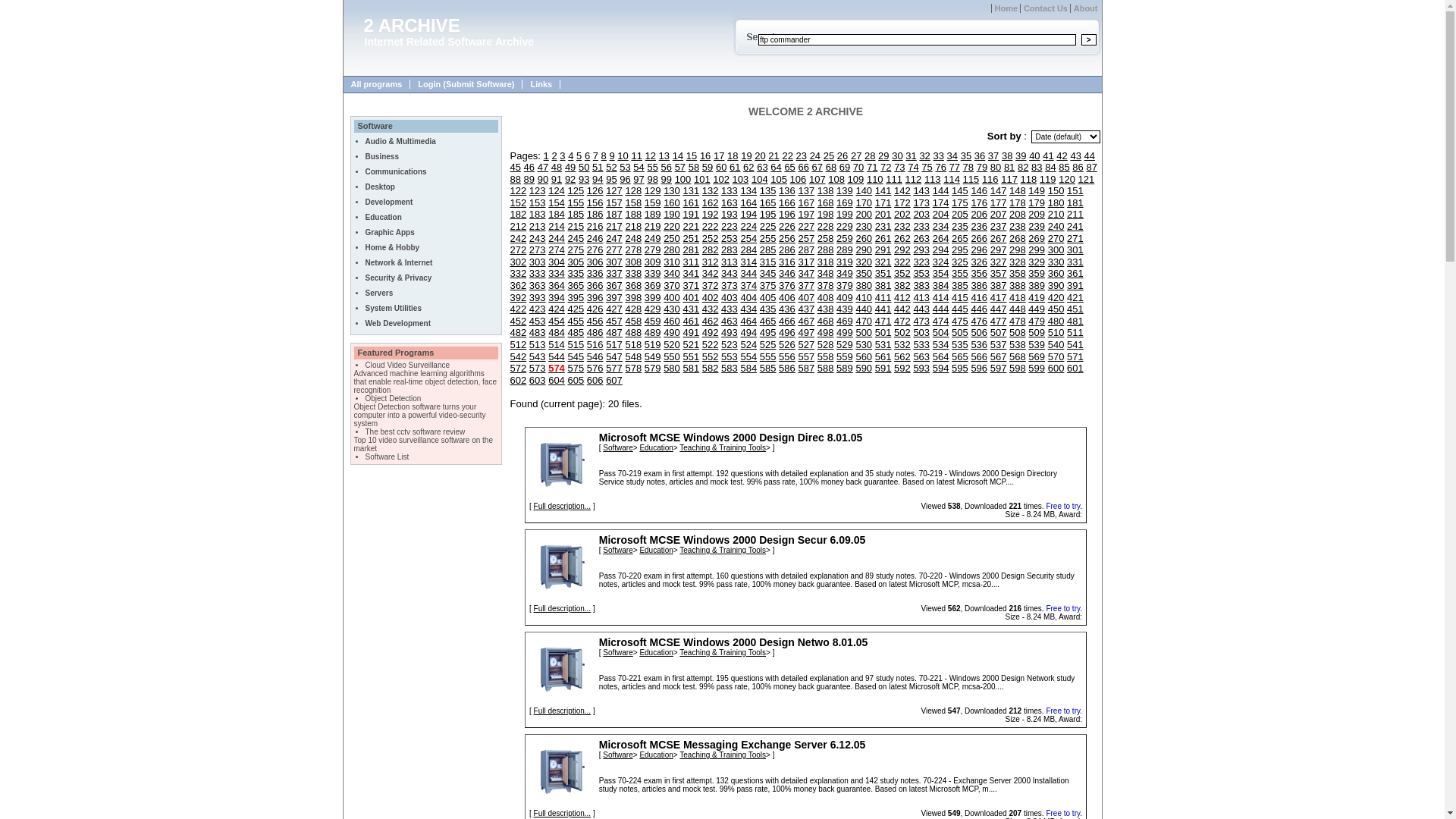 The width and height of the screenshot is (1456, 819). Describe the element at coordinates (566, 320) in the screenshot. I see `'455'` at that location.